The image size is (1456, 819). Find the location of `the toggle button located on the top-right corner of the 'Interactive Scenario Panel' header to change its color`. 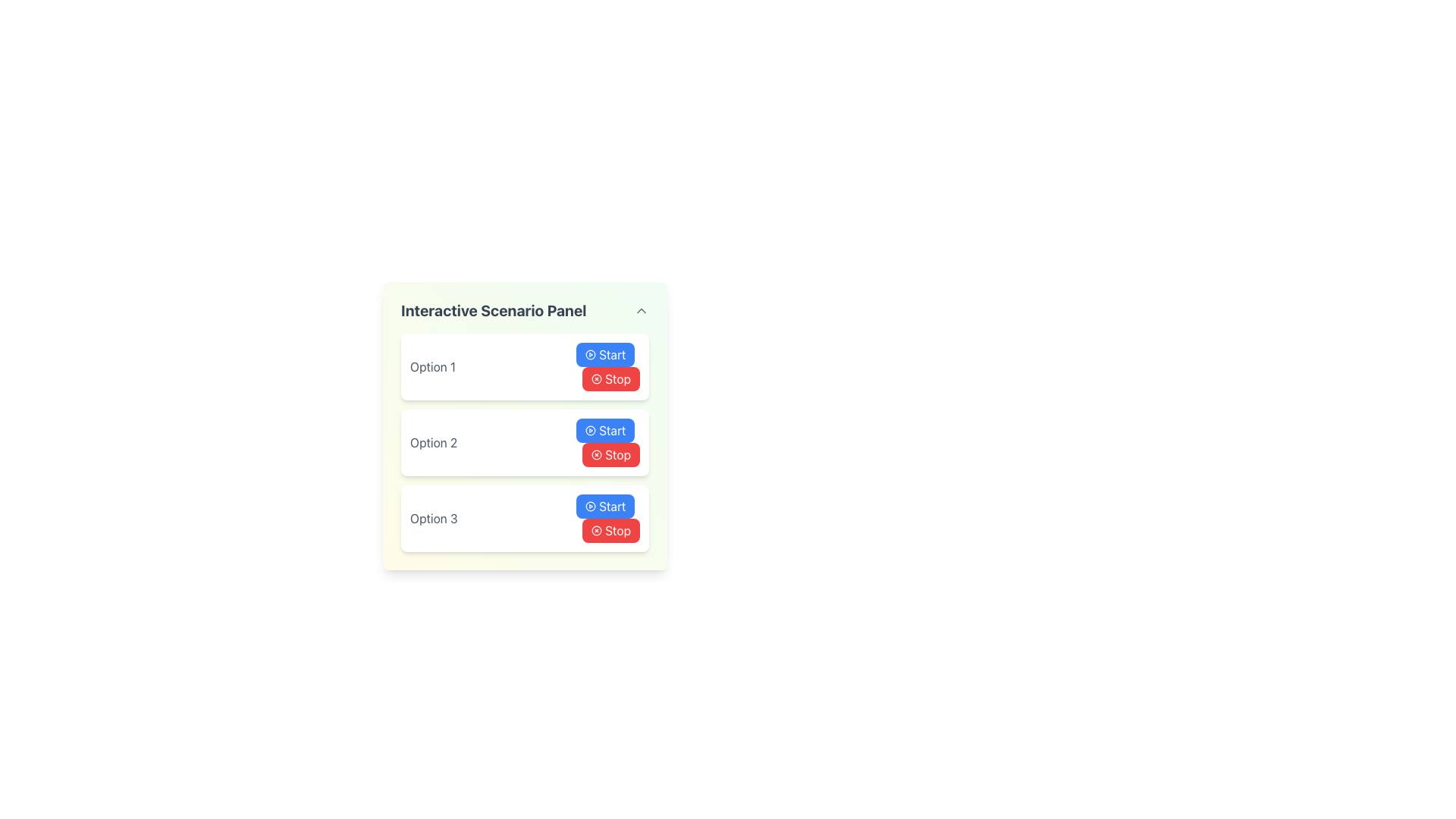

the toggle button located on the top-right corner of the 'Interactive Scenario Panel' header to change its color is located at coordinates (641, 309).